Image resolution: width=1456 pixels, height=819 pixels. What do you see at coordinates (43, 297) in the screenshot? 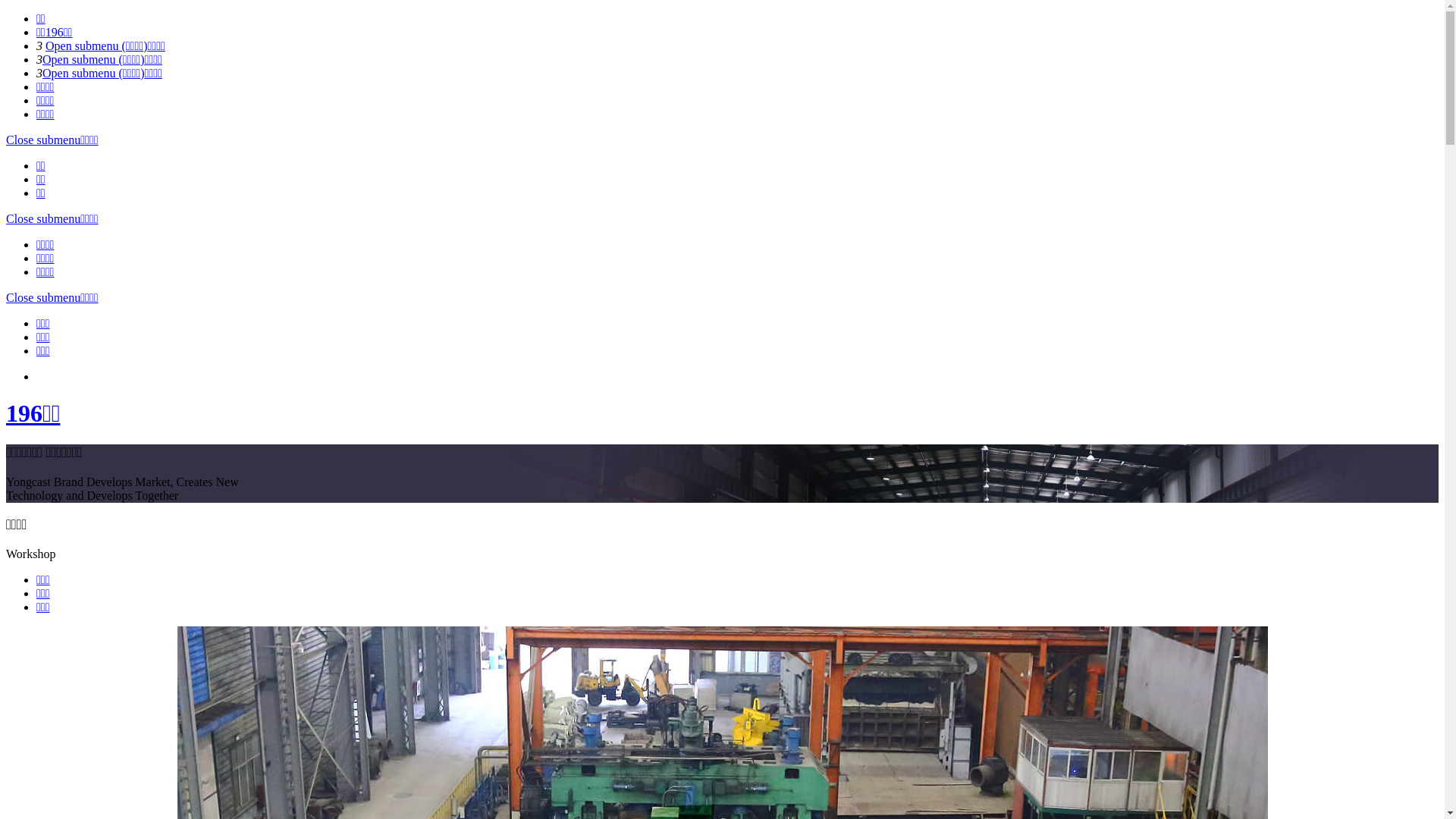
I see `'Close submenu'` at bounding box center [43, 297].